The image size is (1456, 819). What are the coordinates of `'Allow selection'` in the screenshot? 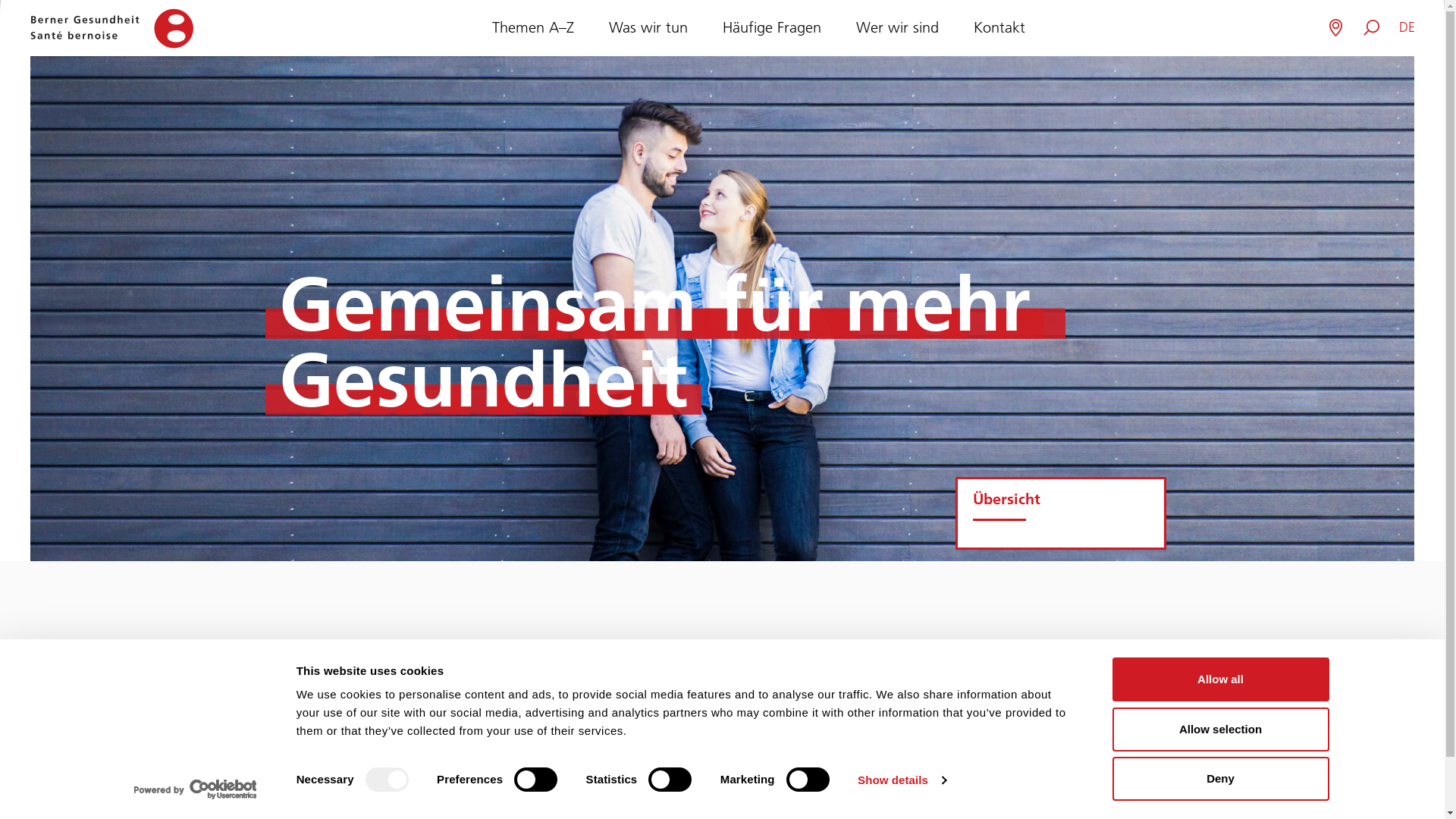 It's located at (1219, 727).